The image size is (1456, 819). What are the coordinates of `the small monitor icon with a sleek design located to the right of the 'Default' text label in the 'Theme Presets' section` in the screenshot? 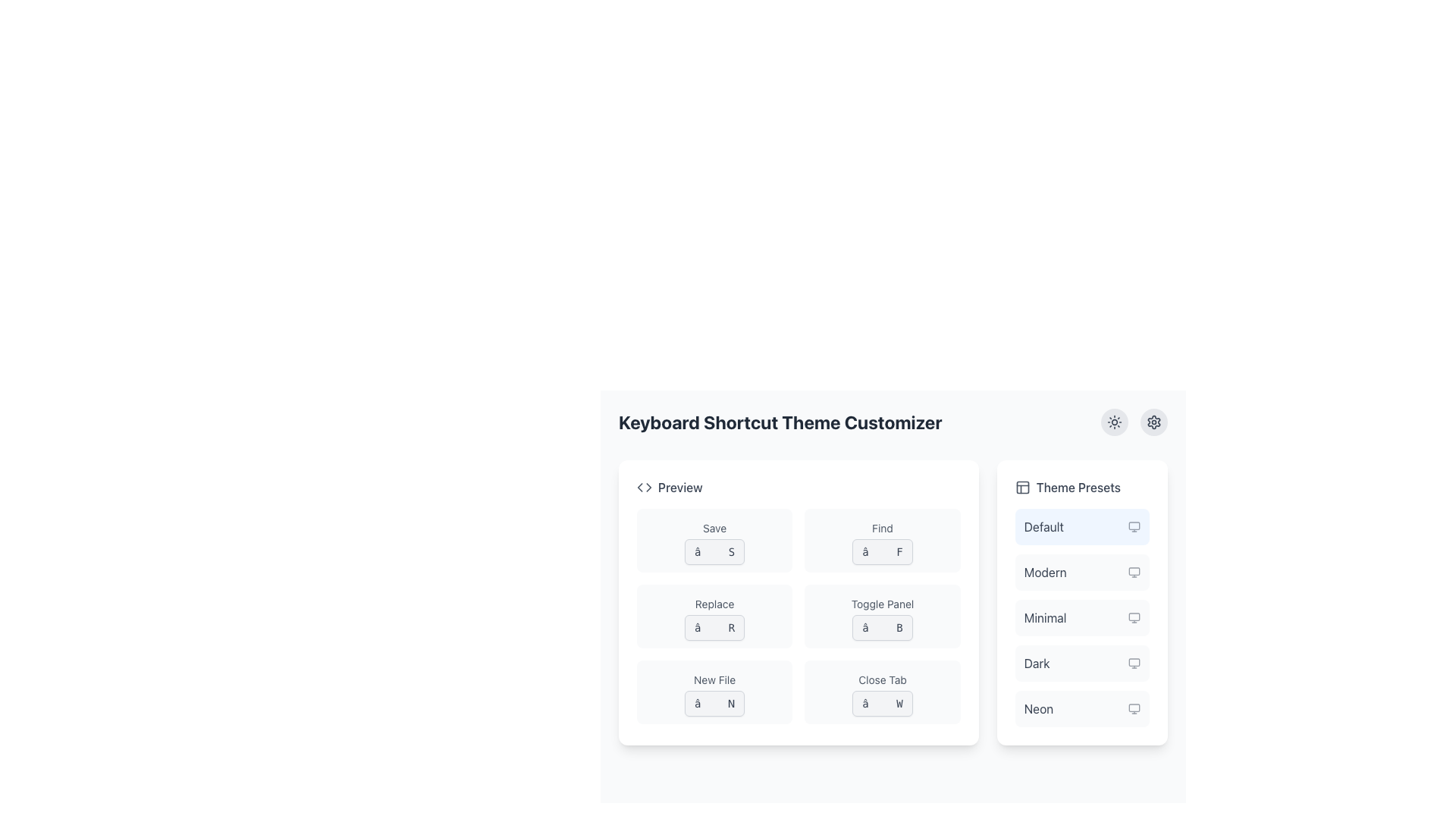 It's located at (1134, 526).